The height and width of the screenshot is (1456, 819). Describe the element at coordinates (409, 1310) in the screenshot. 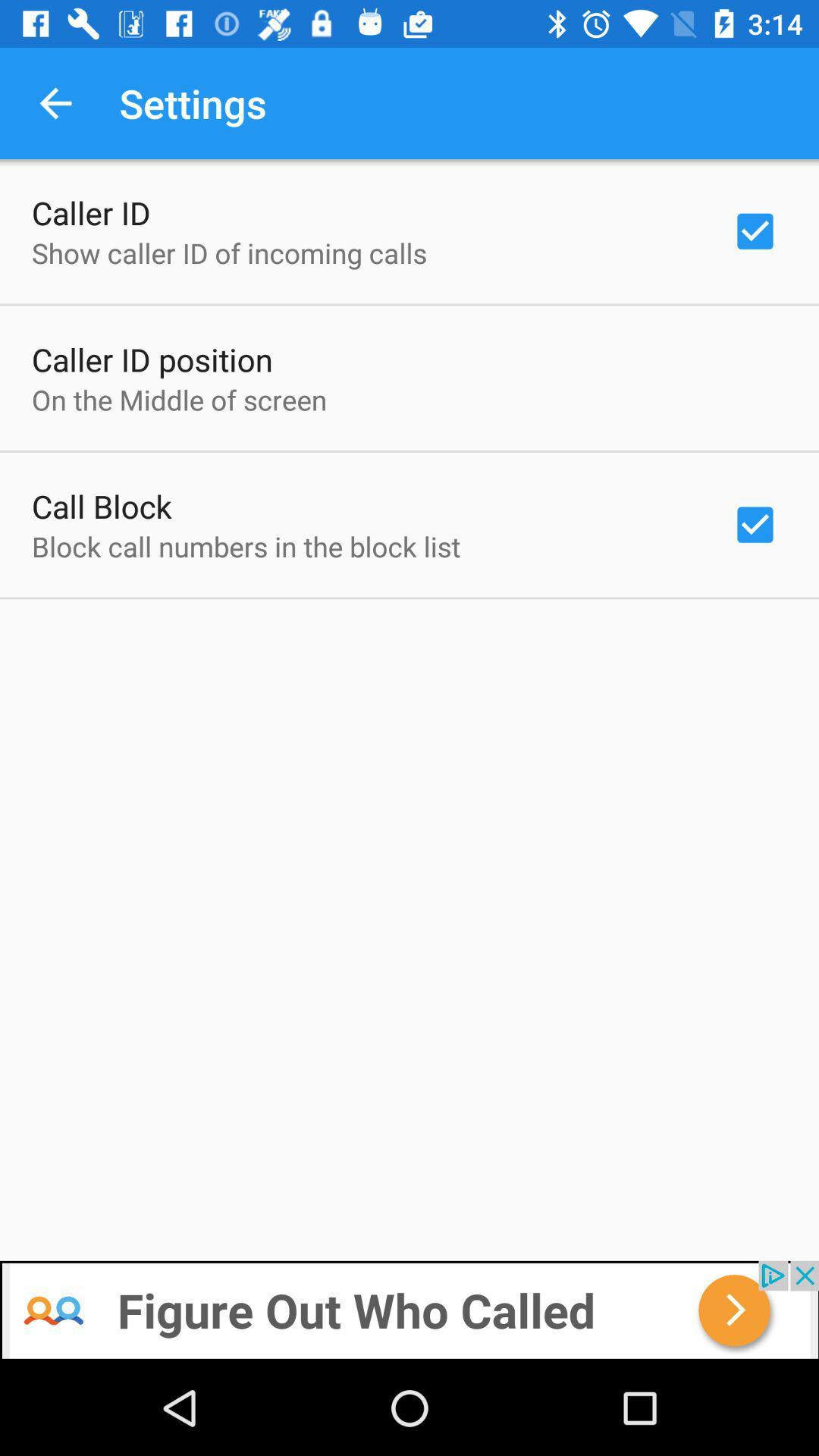

I see `for advertisement` at that location.